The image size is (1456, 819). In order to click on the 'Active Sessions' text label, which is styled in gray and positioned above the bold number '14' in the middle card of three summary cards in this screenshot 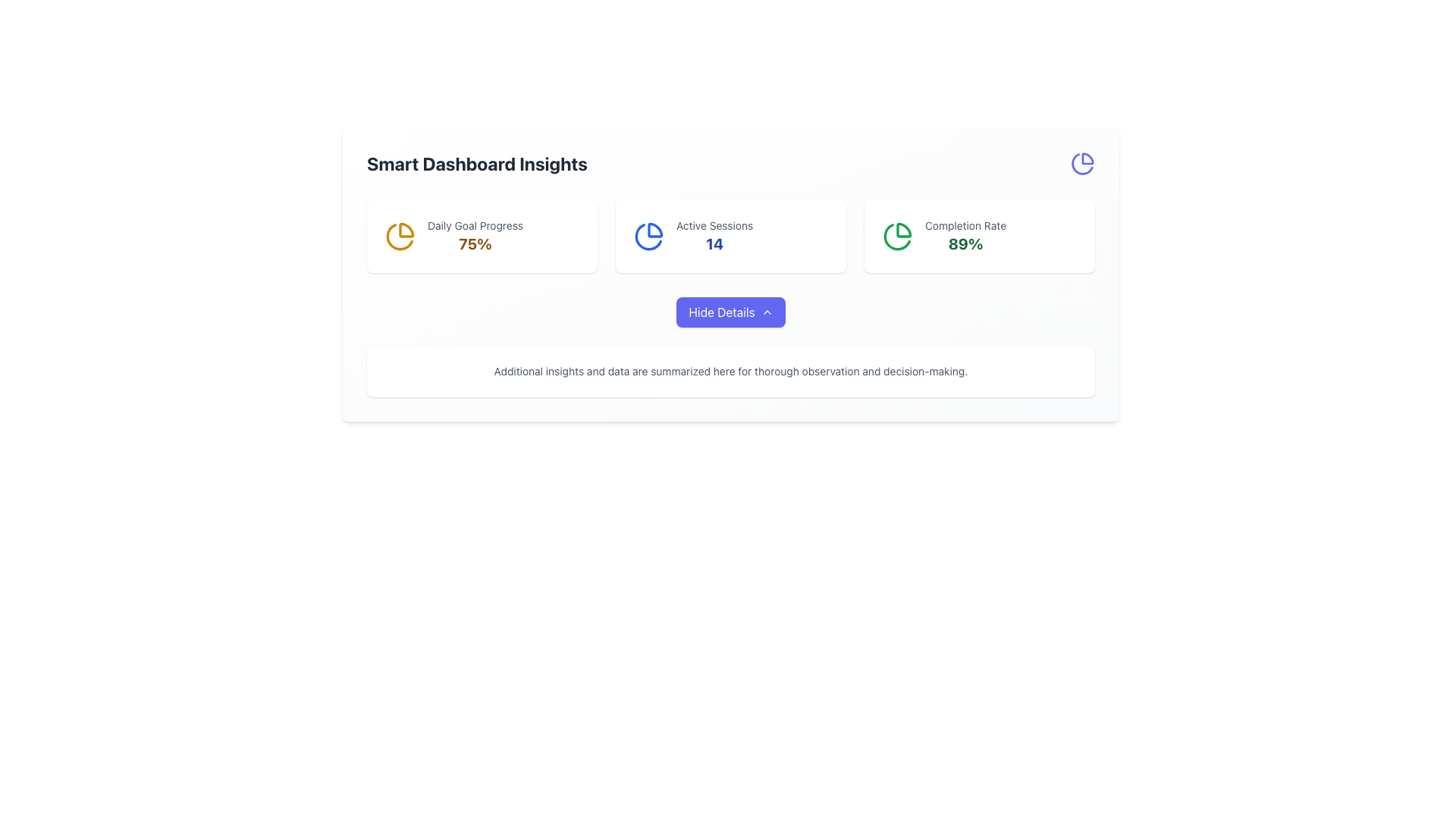, I will do `click(714, 225)`.